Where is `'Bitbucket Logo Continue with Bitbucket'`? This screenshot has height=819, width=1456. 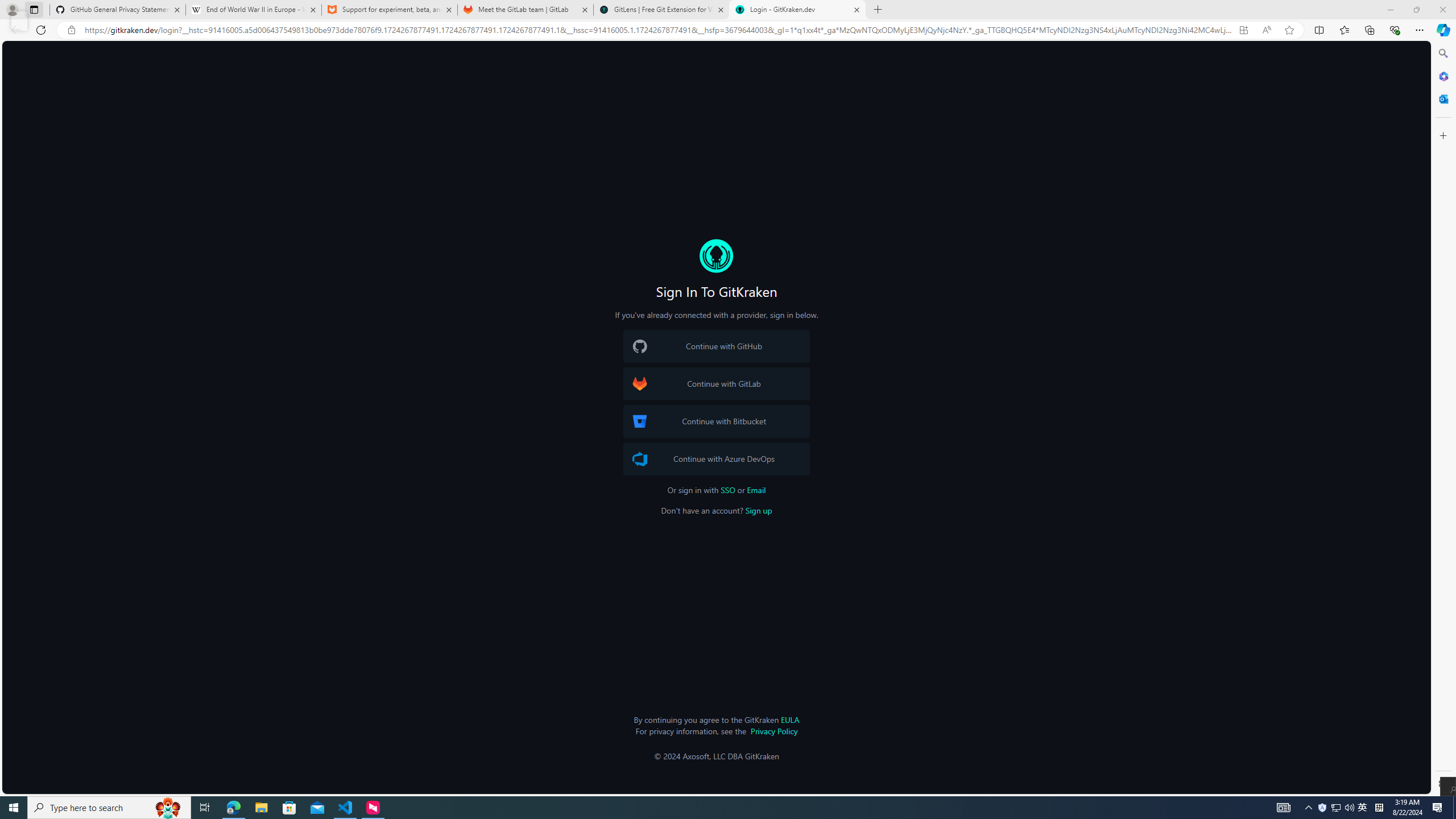
'Bitbucket Logo Continue with Bitbucket' is located at coordinates (716, 420).